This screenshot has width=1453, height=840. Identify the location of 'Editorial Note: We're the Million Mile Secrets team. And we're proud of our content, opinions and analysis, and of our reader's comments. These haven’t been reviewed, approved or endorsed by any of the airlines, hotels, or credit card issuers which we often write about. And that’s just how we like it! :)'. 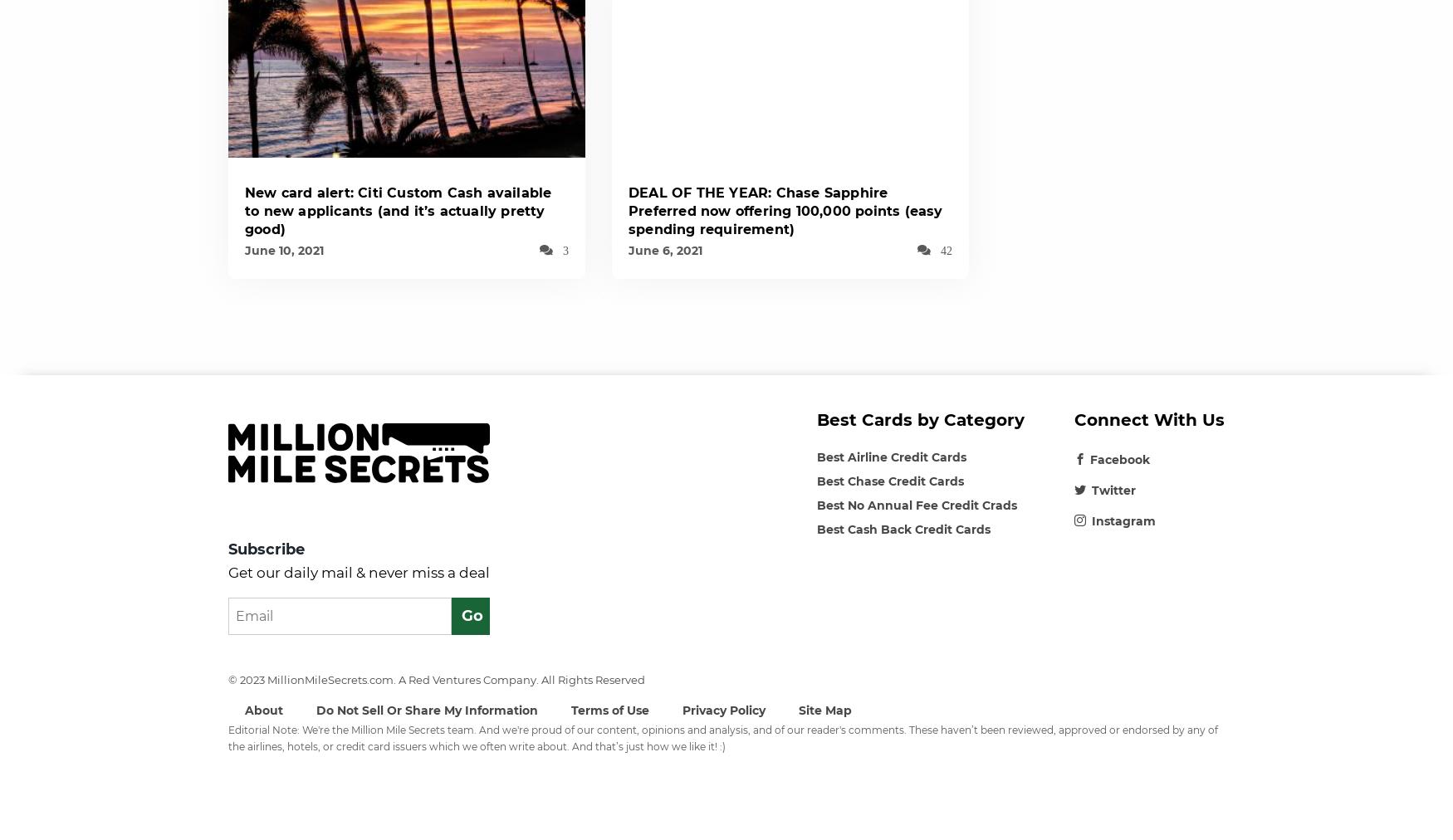
(722, 737).